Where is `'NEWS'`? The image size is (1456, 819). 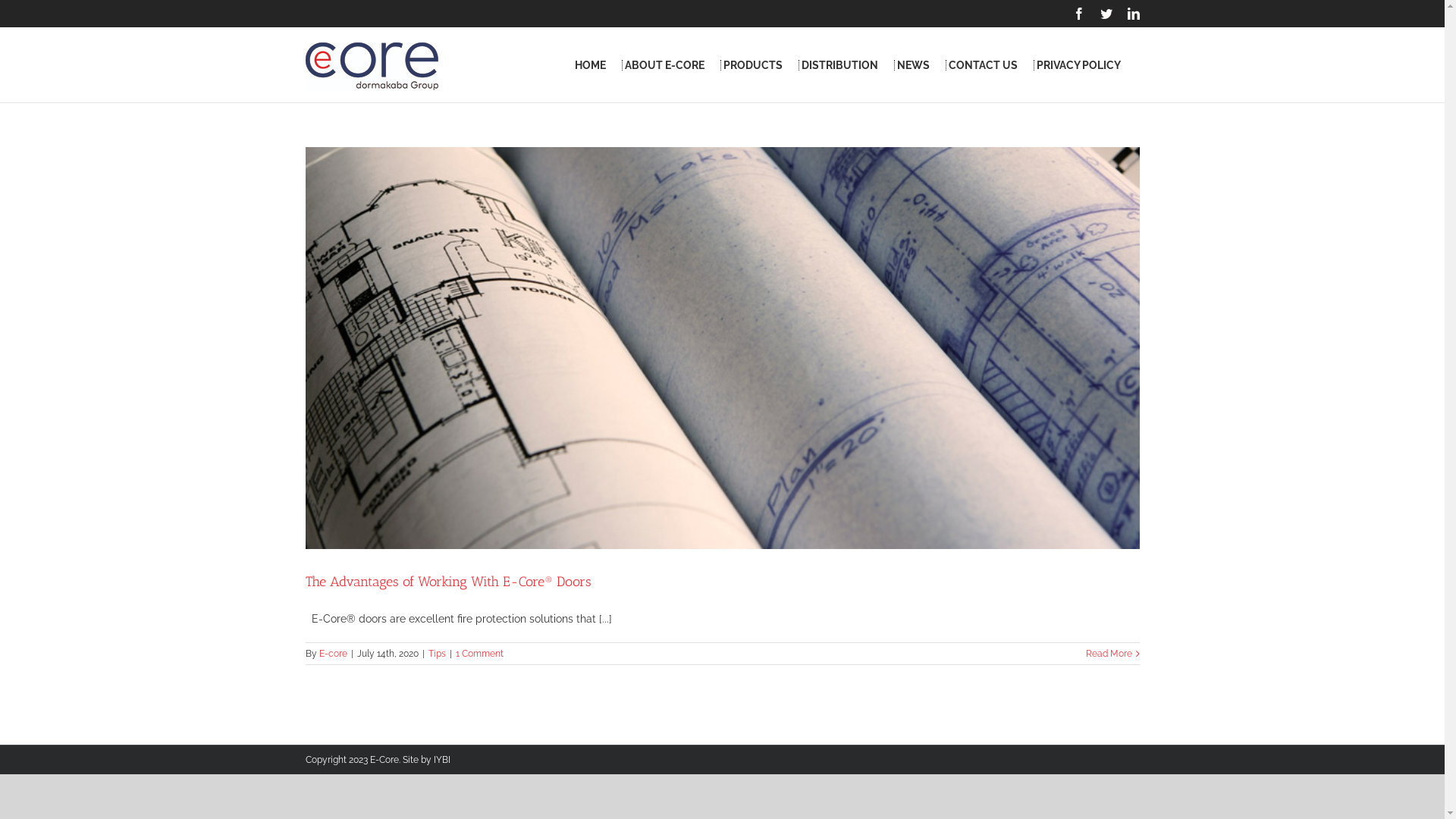 'NEWS' is located at coordinates (912, 64).